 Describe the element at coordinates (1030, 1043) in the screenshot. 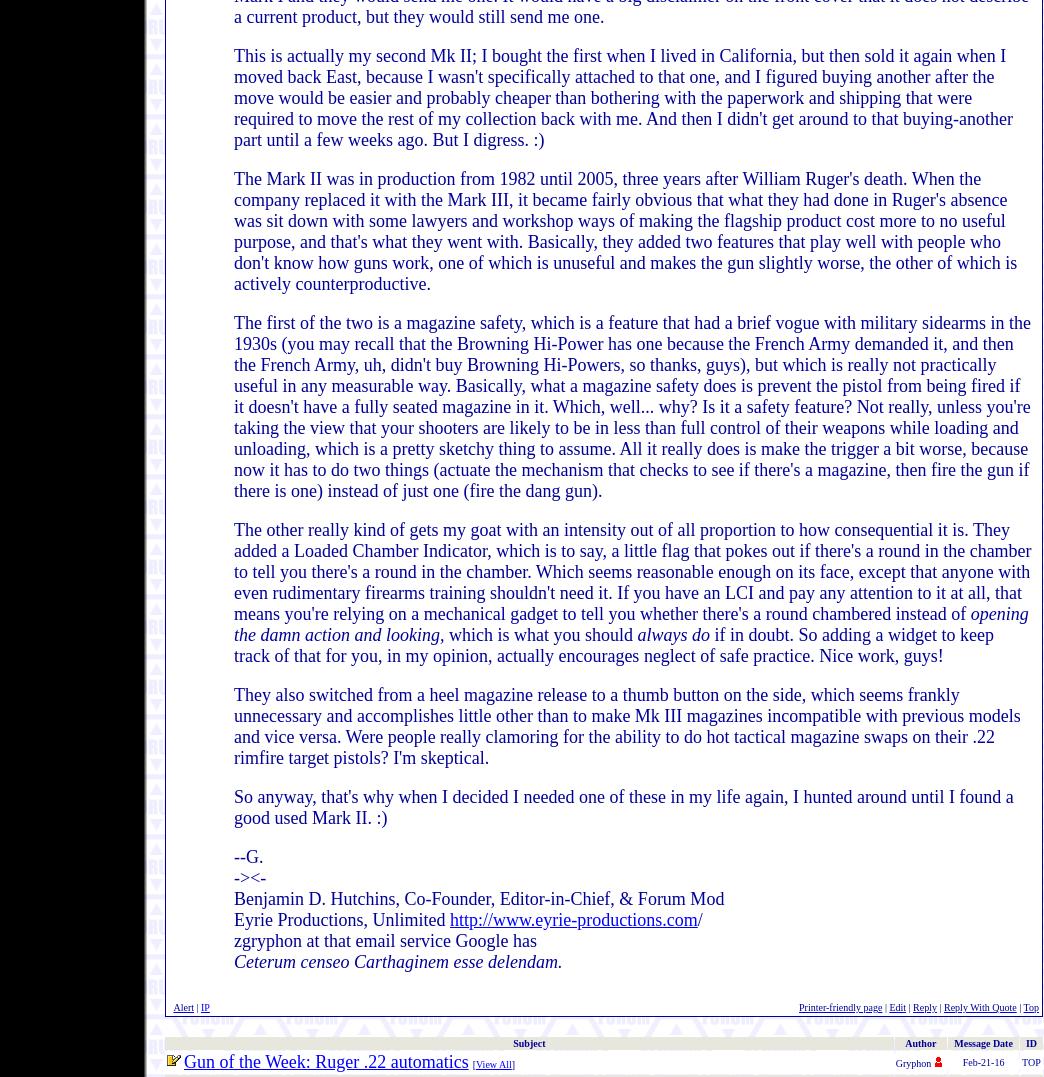

I see `'ID'` at that location.